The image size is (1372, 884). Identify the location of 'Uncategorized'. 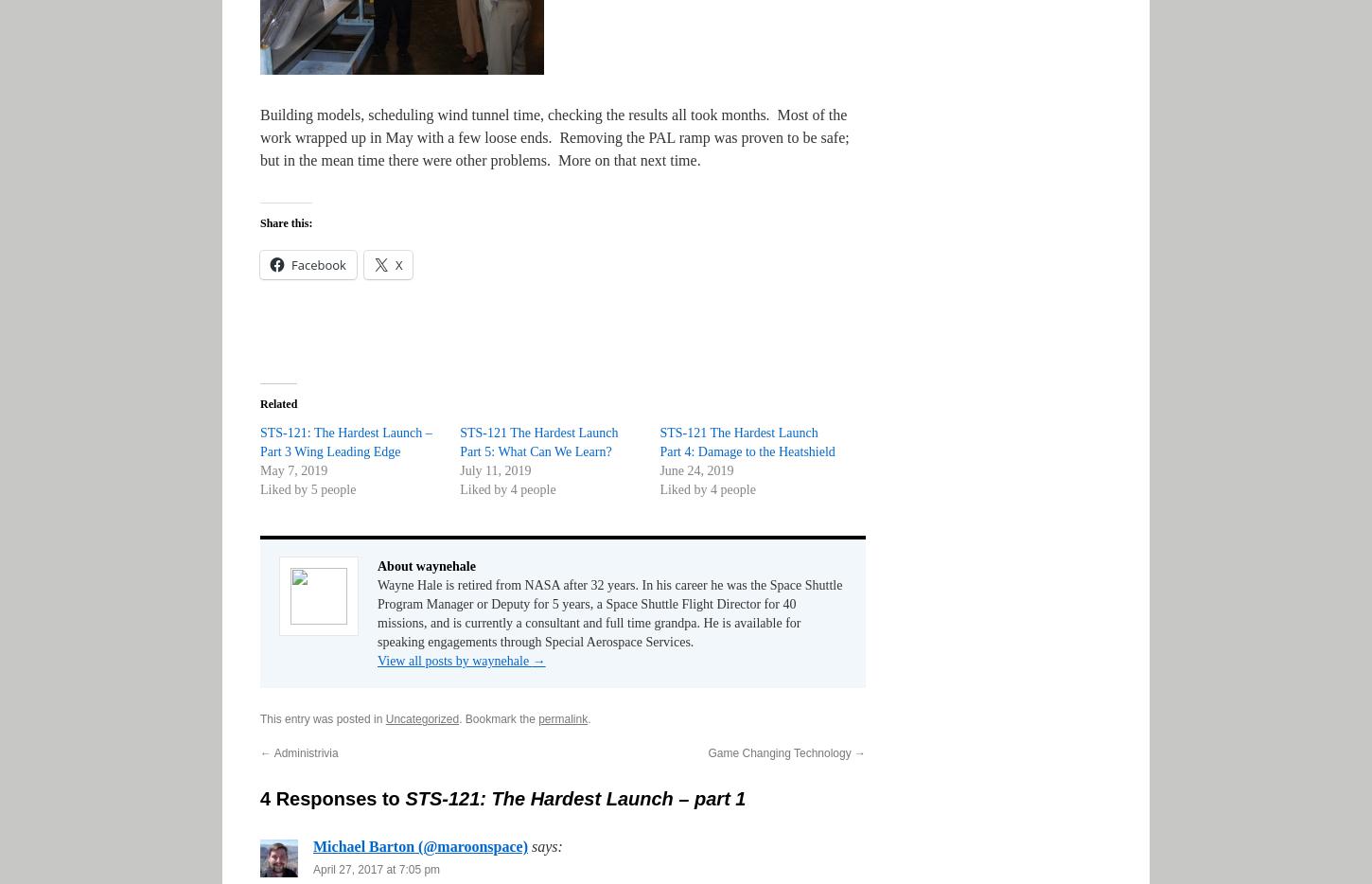
(421, 717).